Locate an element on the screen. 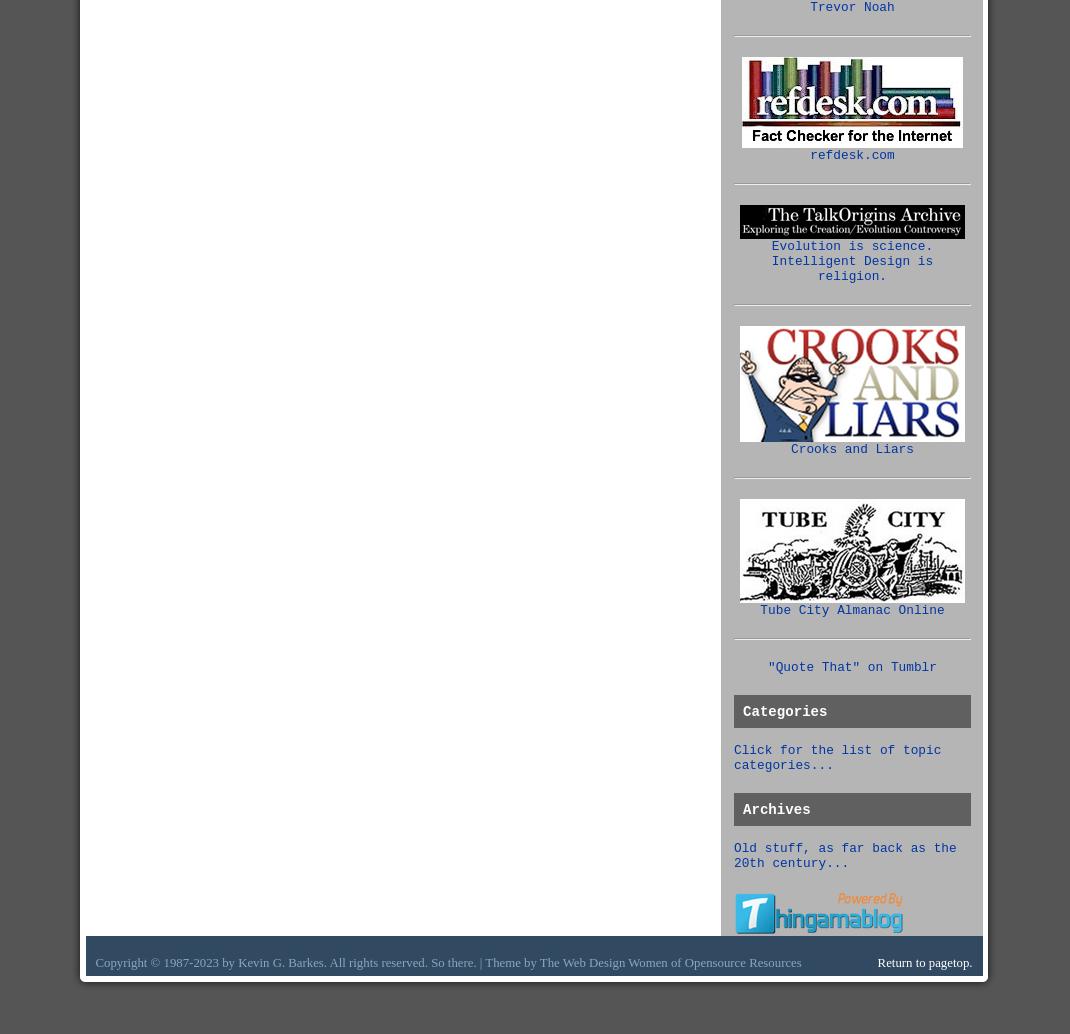 The height and width of the screenshot is (1034, 1070). '"Quote That" on Tumblr' is located at coordinates (852, 667).